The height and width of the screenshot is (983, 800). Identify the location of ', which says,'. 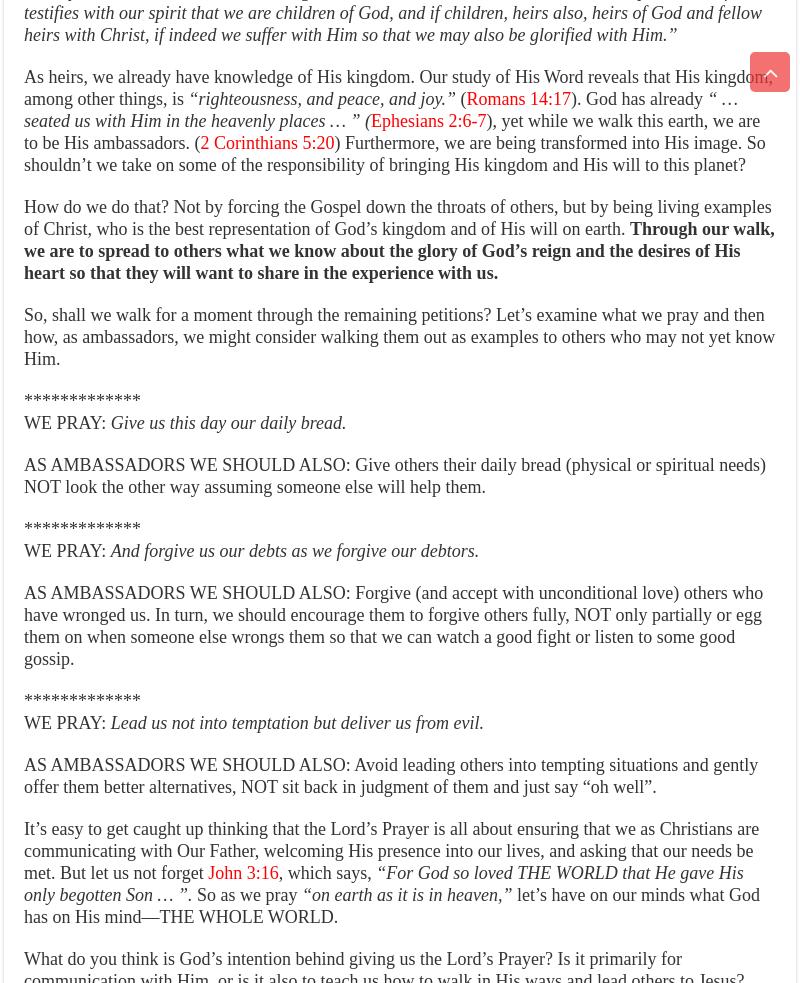
(323, 873).